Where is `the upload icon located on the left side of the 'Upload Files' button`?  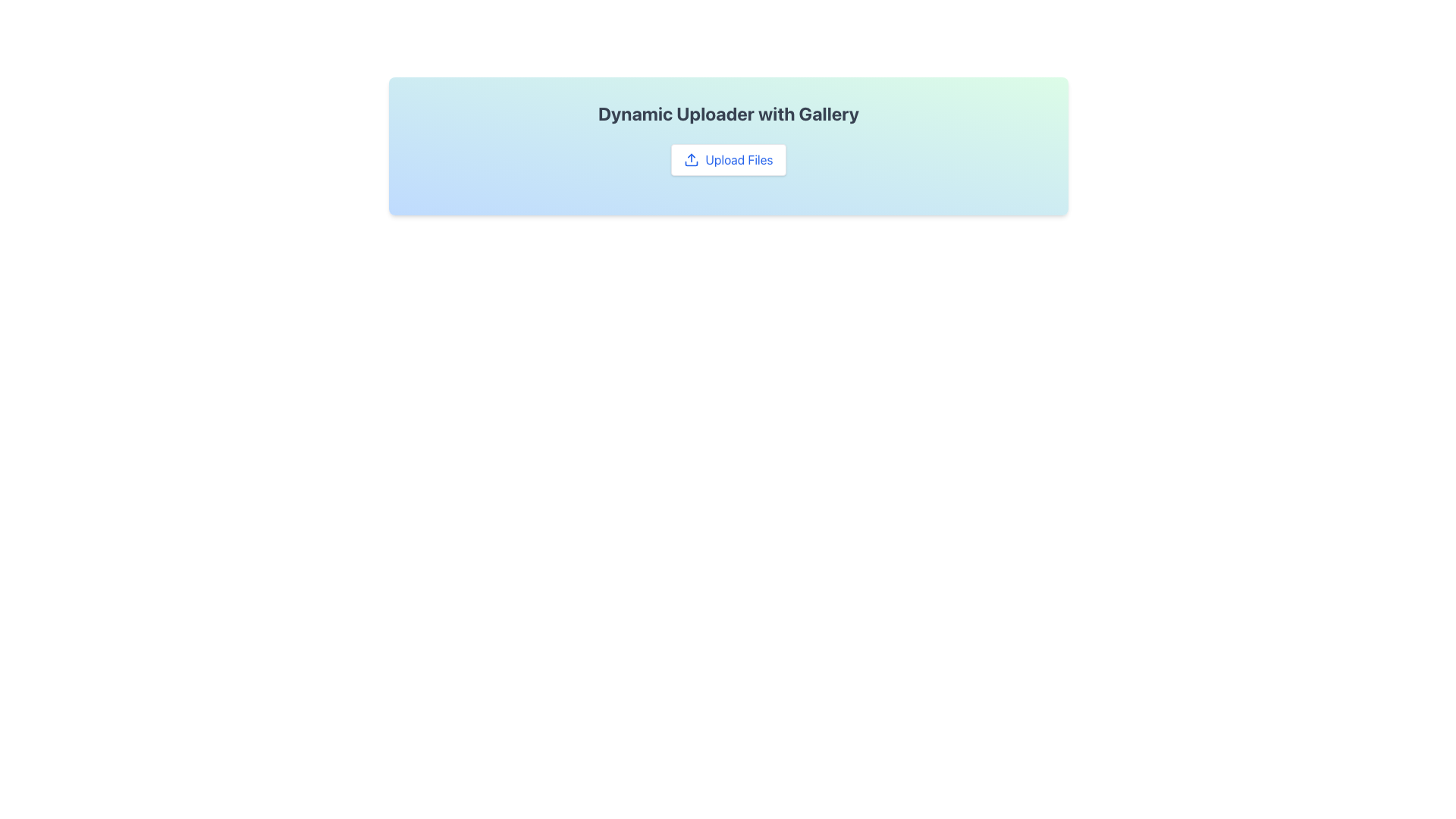
the upload icon located on the left side of the 'Upload Files' button is located at coordinates (691, 160).